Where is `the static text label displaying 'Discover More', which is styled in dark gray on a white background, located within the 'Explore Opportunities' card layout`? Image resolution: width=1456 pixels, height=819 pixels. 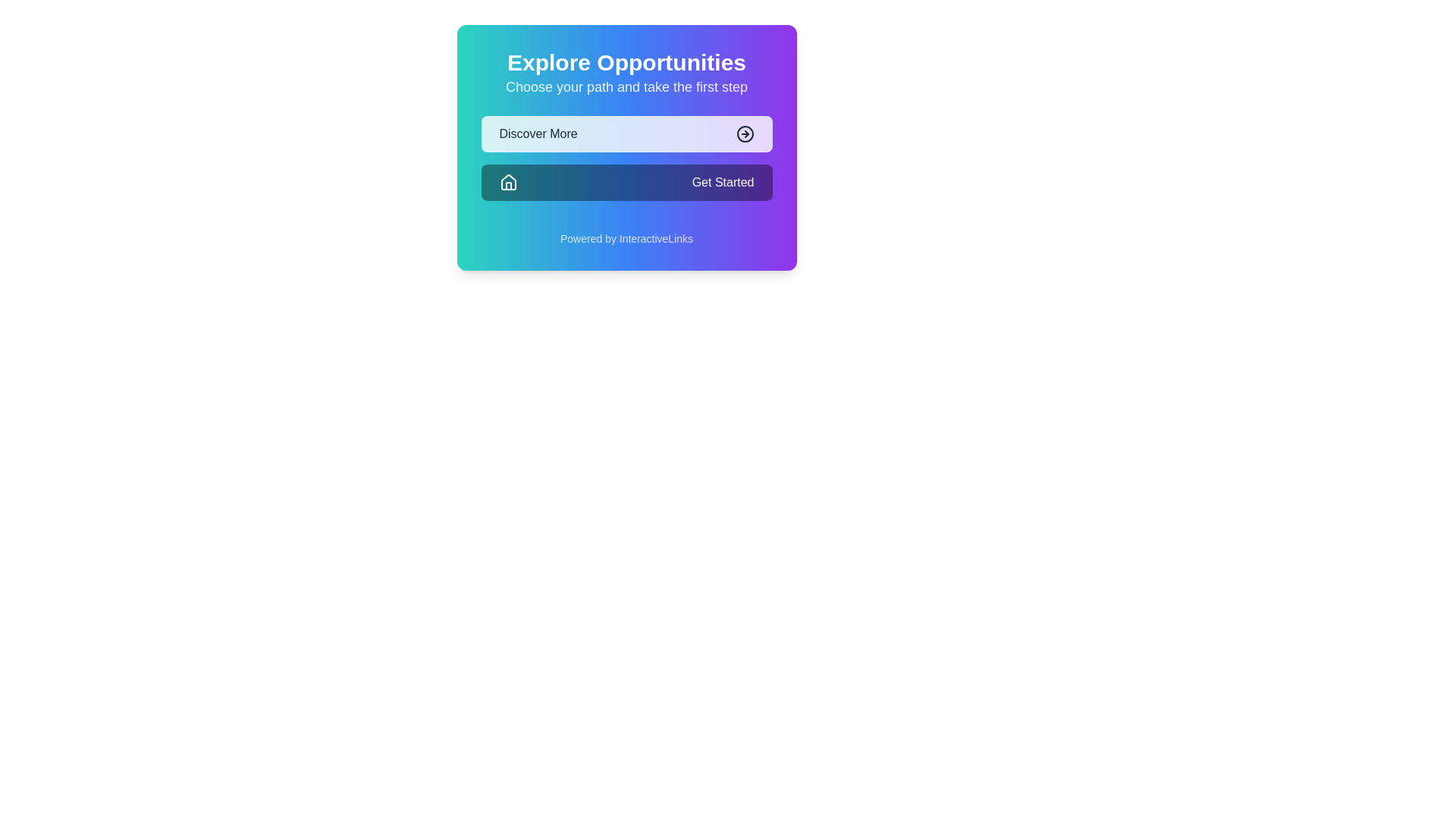
the static text label displaying 'Discover More', which is styled in dark gray on a white background, located within the 'Explore Opportunities' card layout is located at coordinates (538, 133).